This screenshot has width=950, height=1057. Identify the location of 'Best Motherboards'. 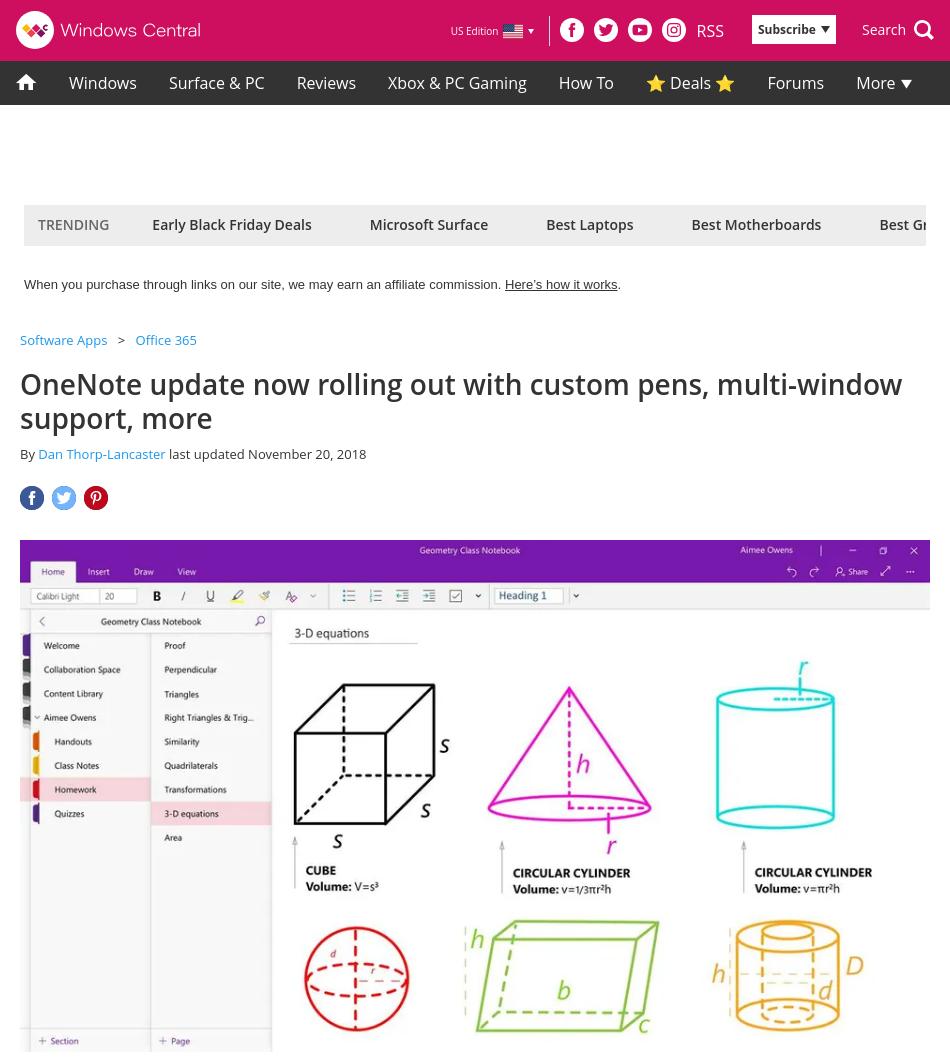
(691, 224).